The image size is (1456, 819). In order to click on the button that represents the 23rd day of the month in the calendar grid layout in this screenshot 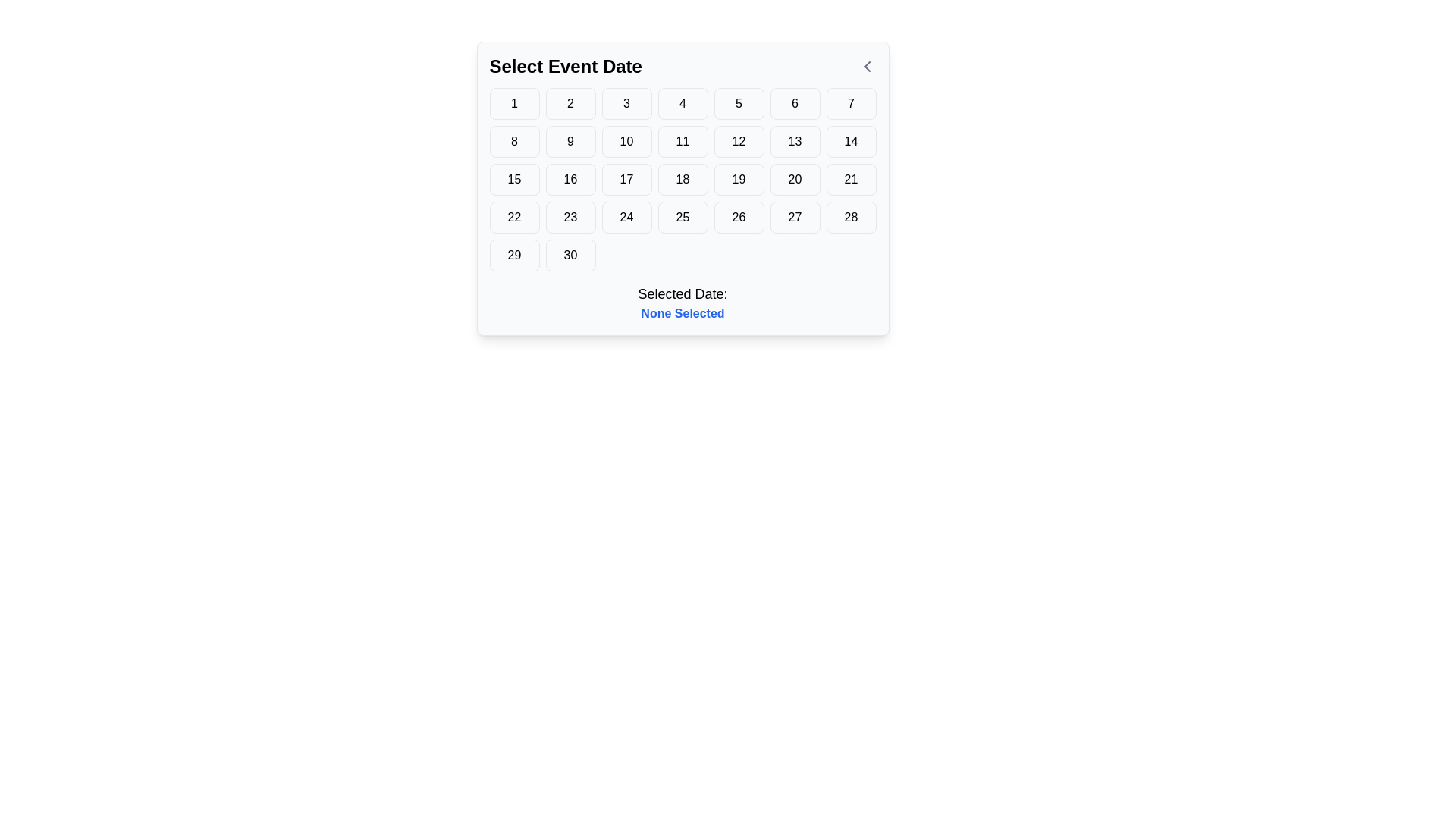, I will do `click(570, 217)`.